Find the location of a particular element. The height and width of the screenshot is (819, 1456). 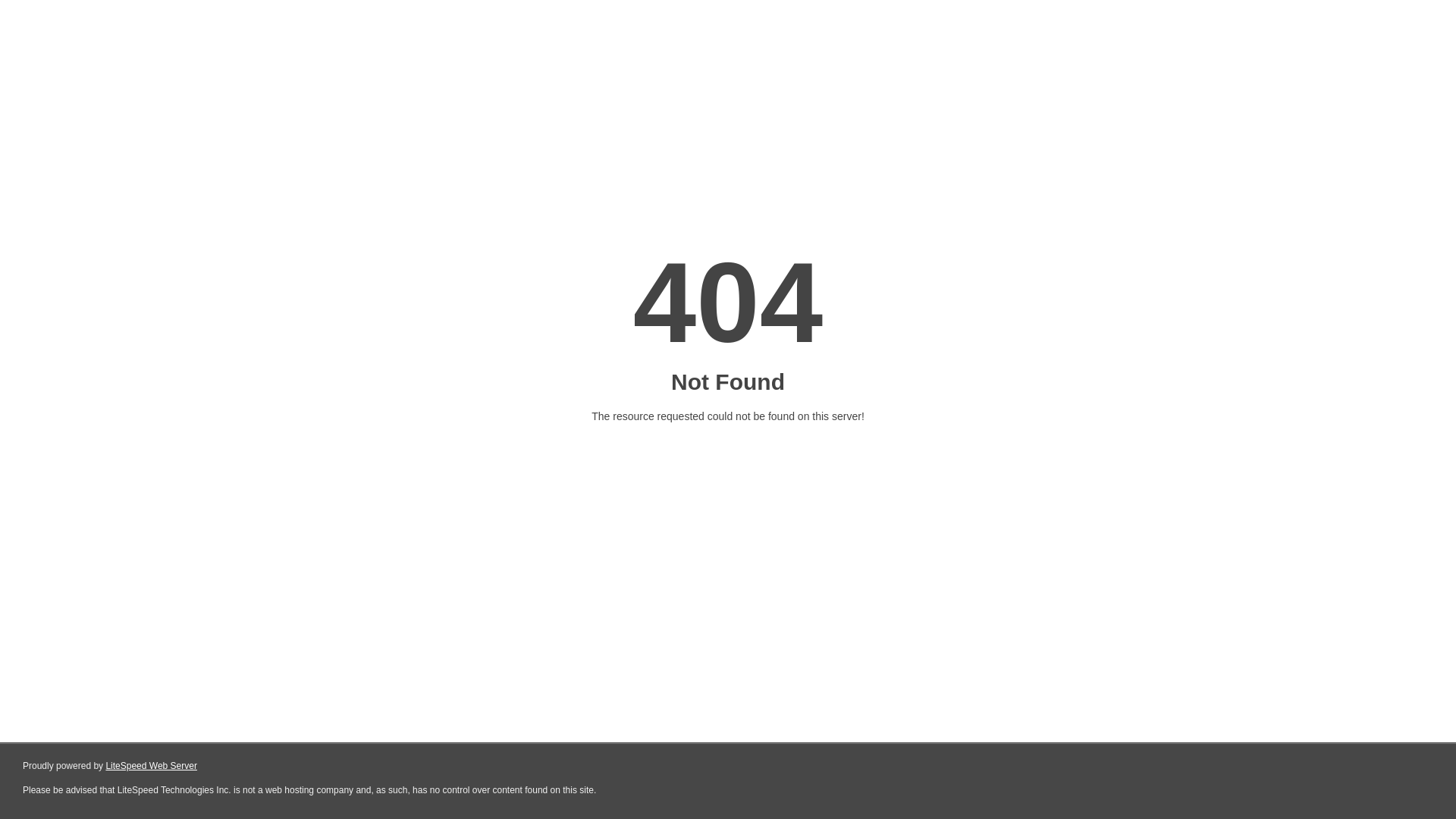

'LiteSpeed Web Server' is located at coordinates (105, 766).